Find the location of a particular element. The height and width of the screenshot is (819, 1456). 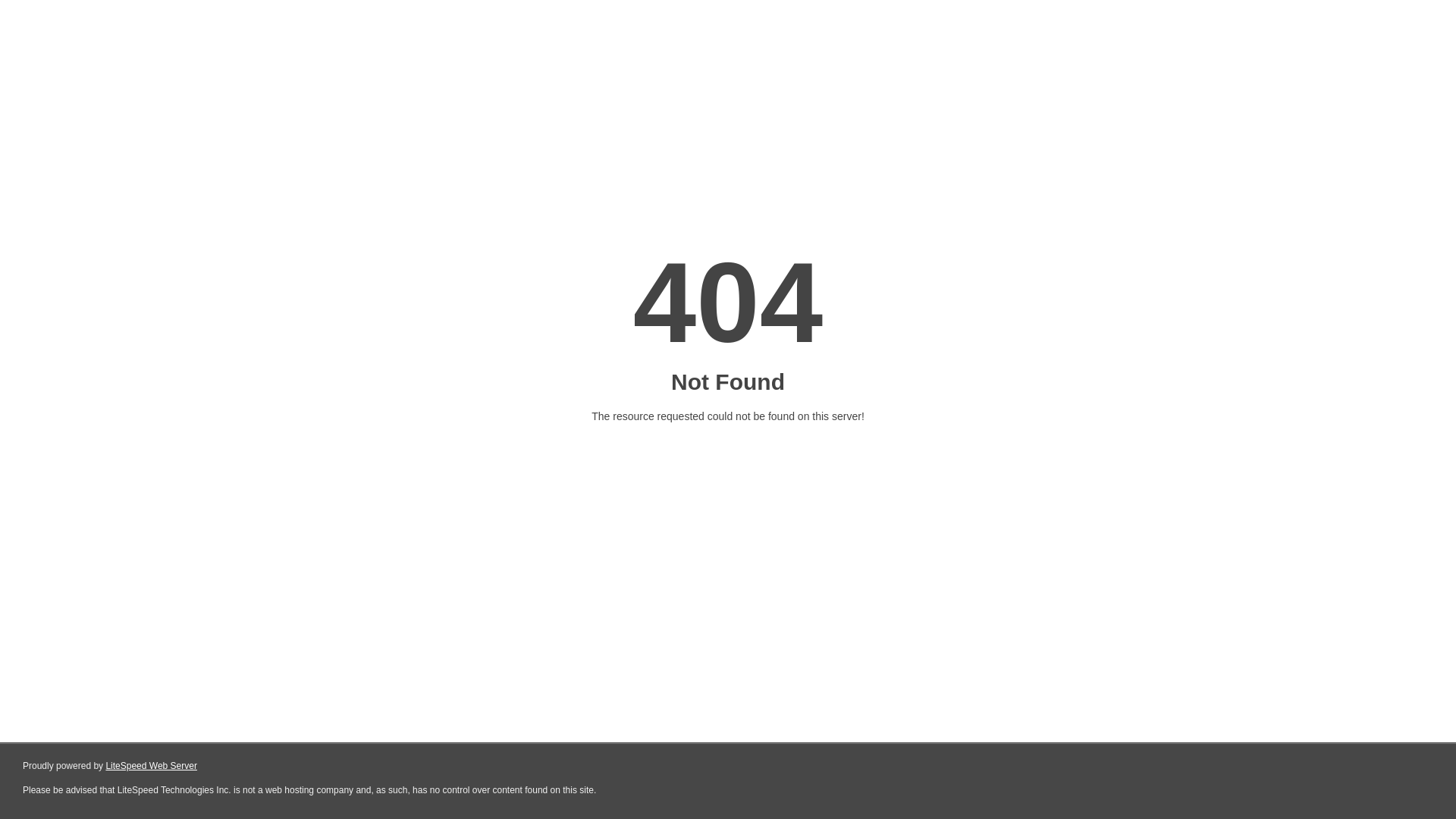

'LiteSpeed Web Server' is located at coordinates (105, 766).